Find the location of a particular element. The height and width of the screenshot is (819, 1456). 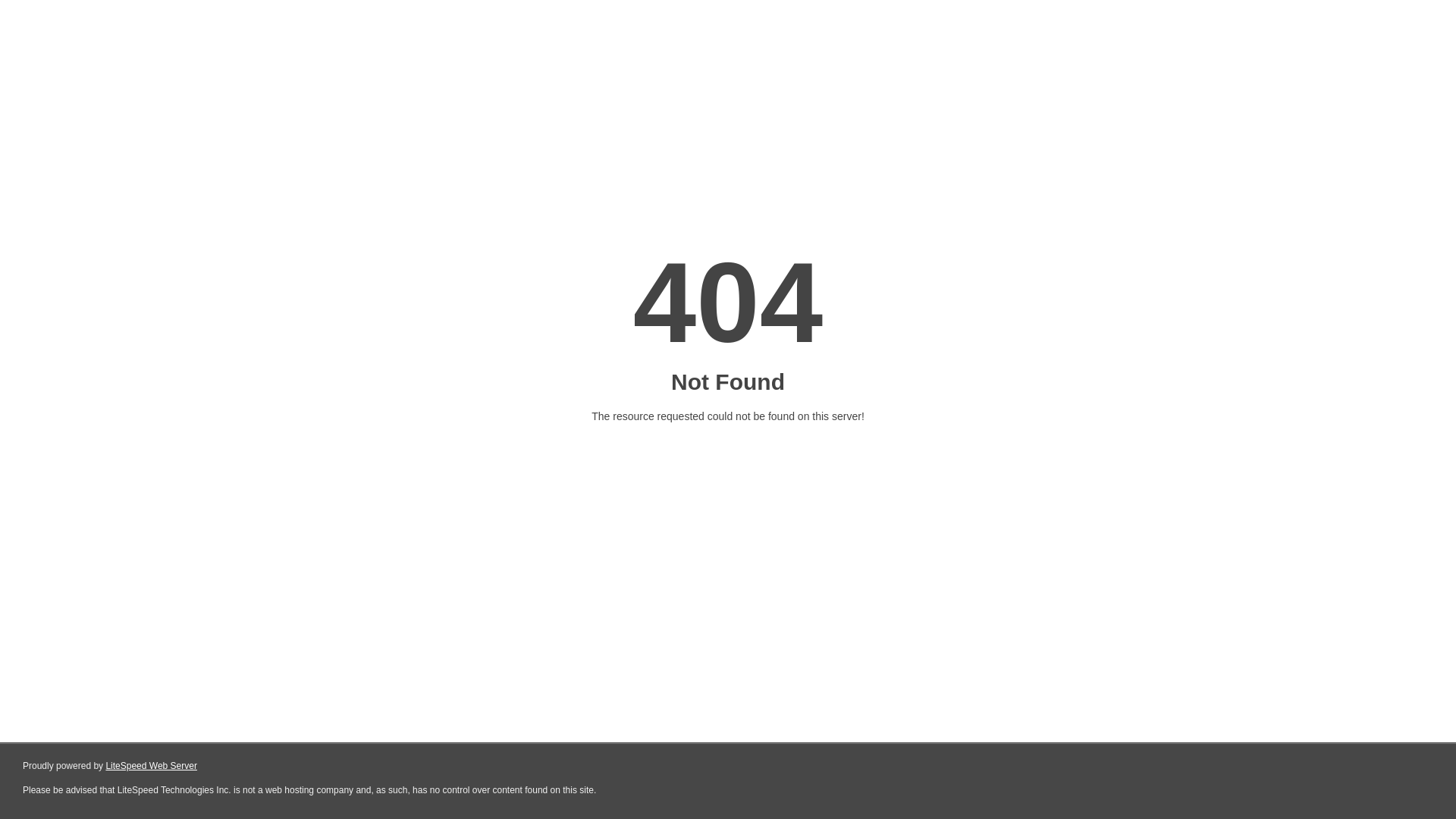

'LiteSpeed Web Server' is located at coordinates (105, 766).